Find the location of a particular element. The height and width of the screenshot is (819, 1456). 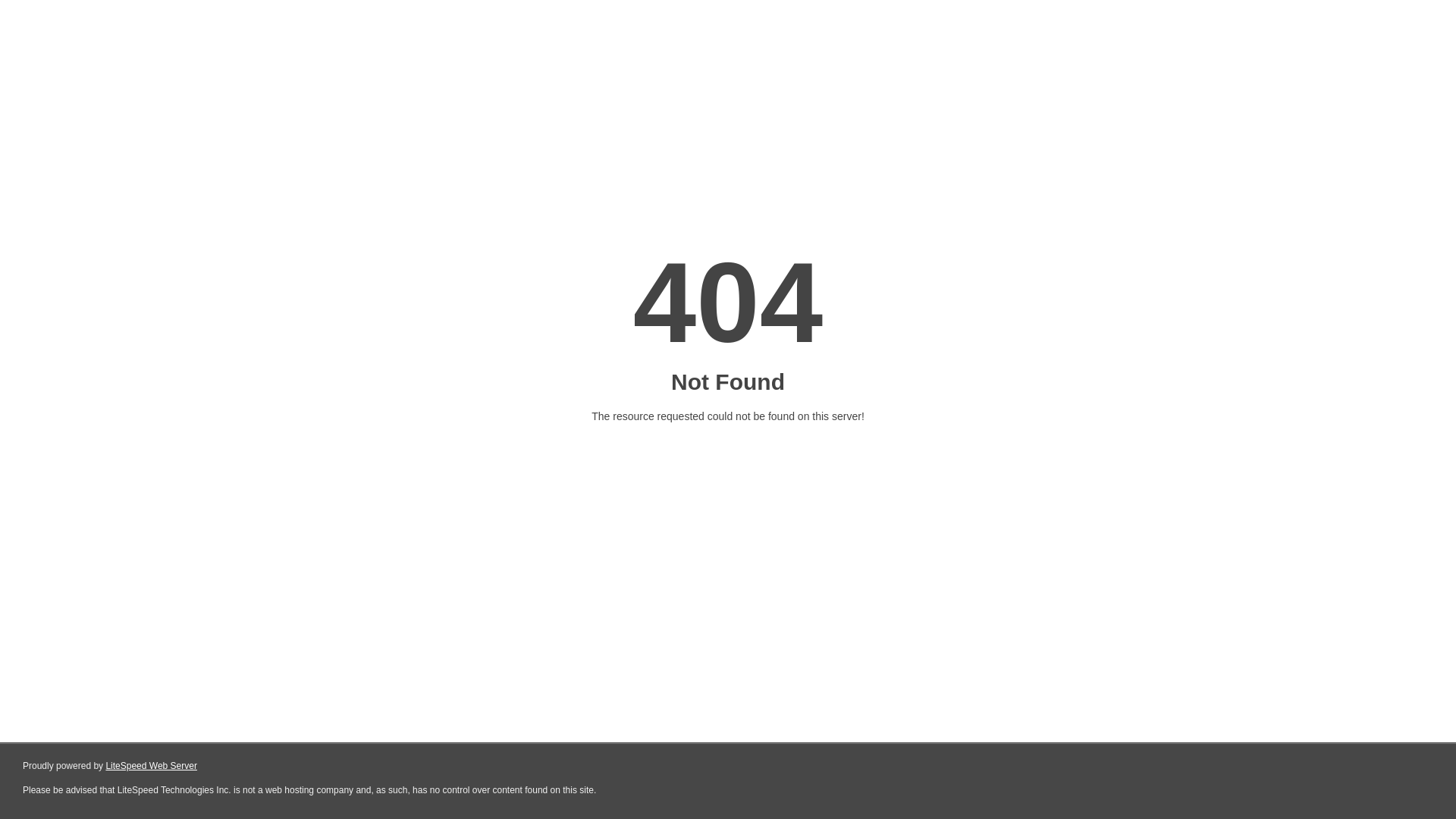

'LiteSpeed Web Server' is located at coordinates (105, 766).